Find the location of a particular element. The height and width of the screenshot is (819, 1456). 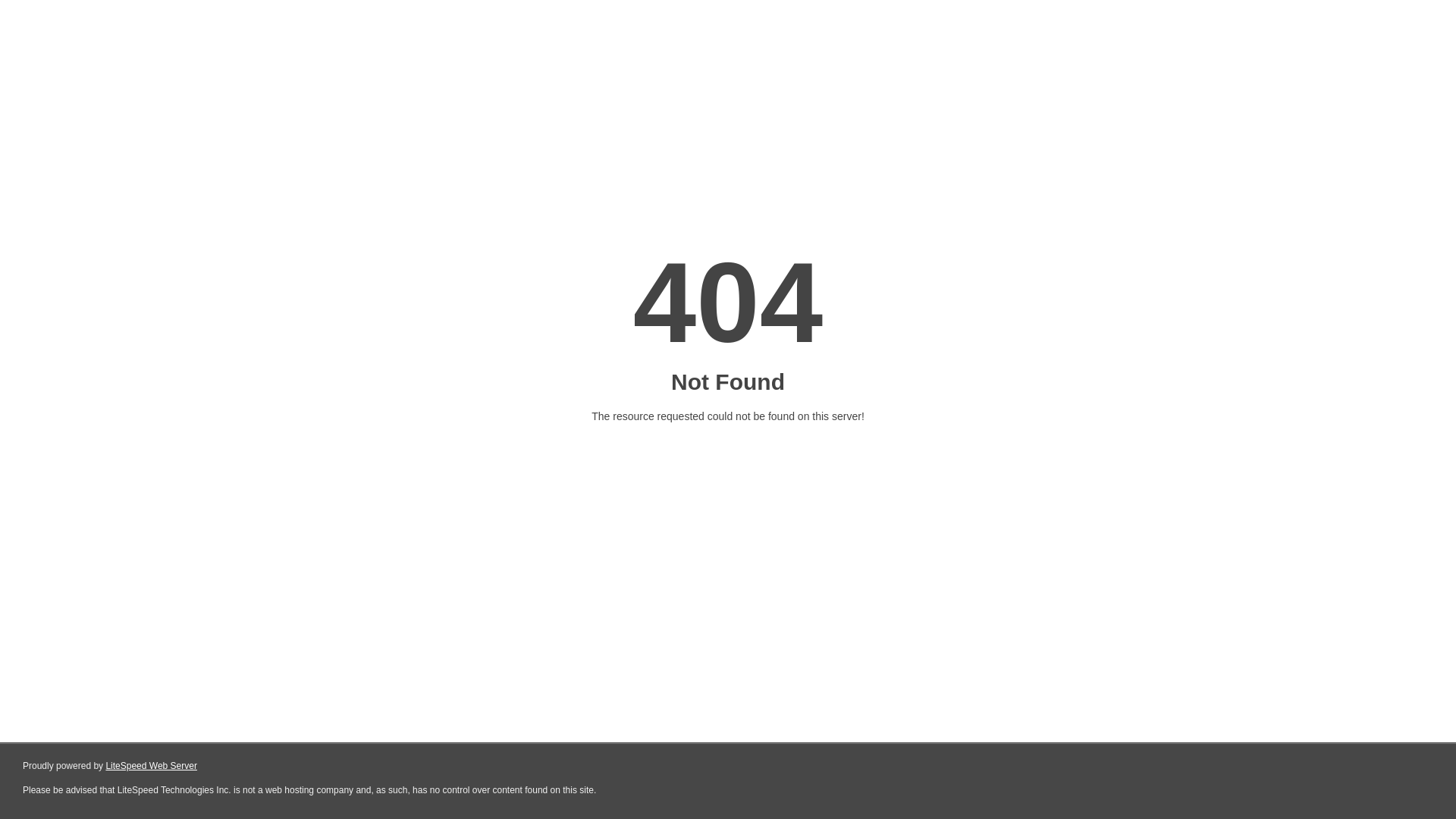

'LiteSpeed Web Server' is located at coordinates (105, 766).